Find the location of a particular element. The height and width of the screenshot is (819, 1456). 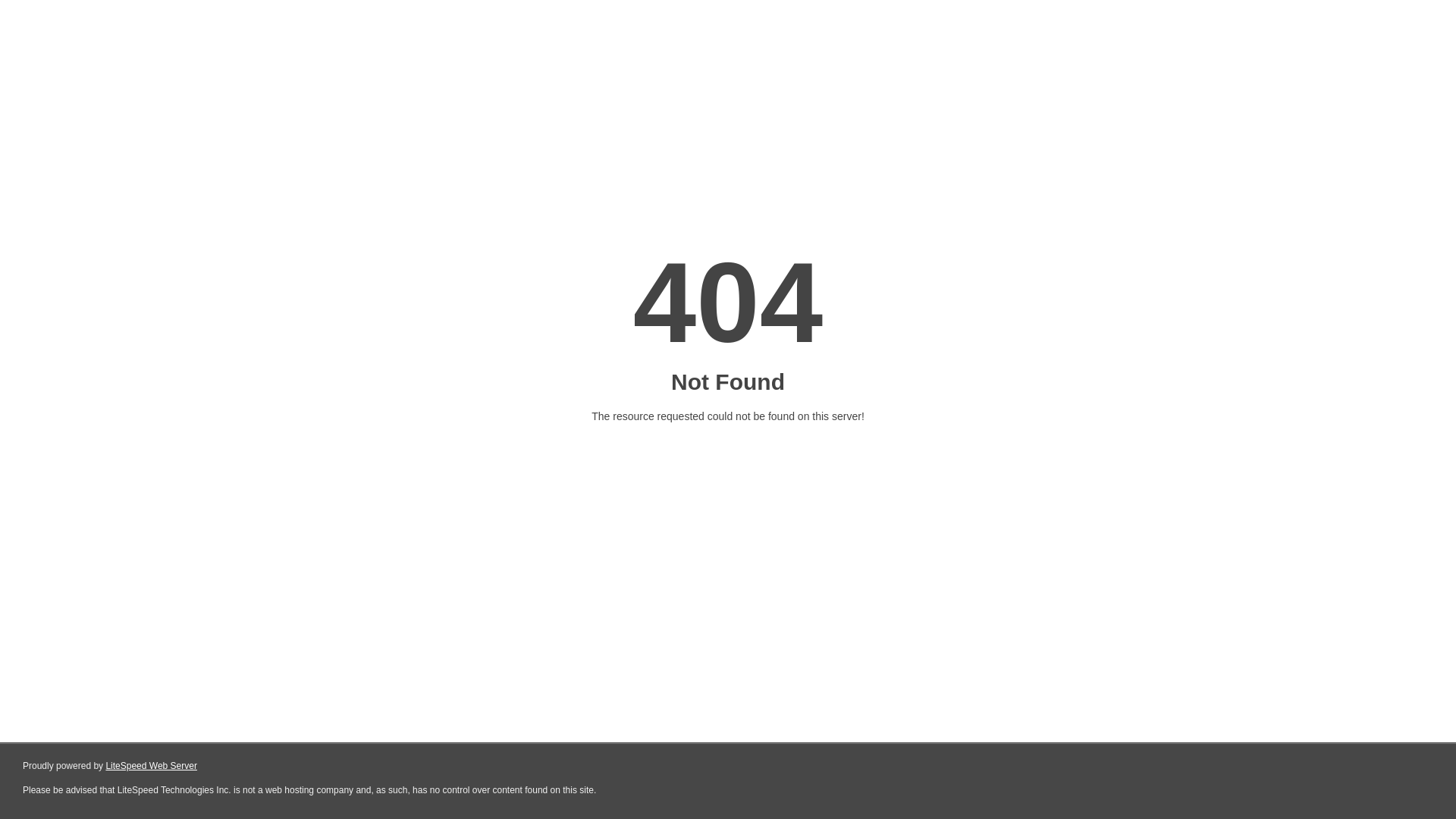

'LiteSpeed Web Server' is located at coordinates (105, 766).